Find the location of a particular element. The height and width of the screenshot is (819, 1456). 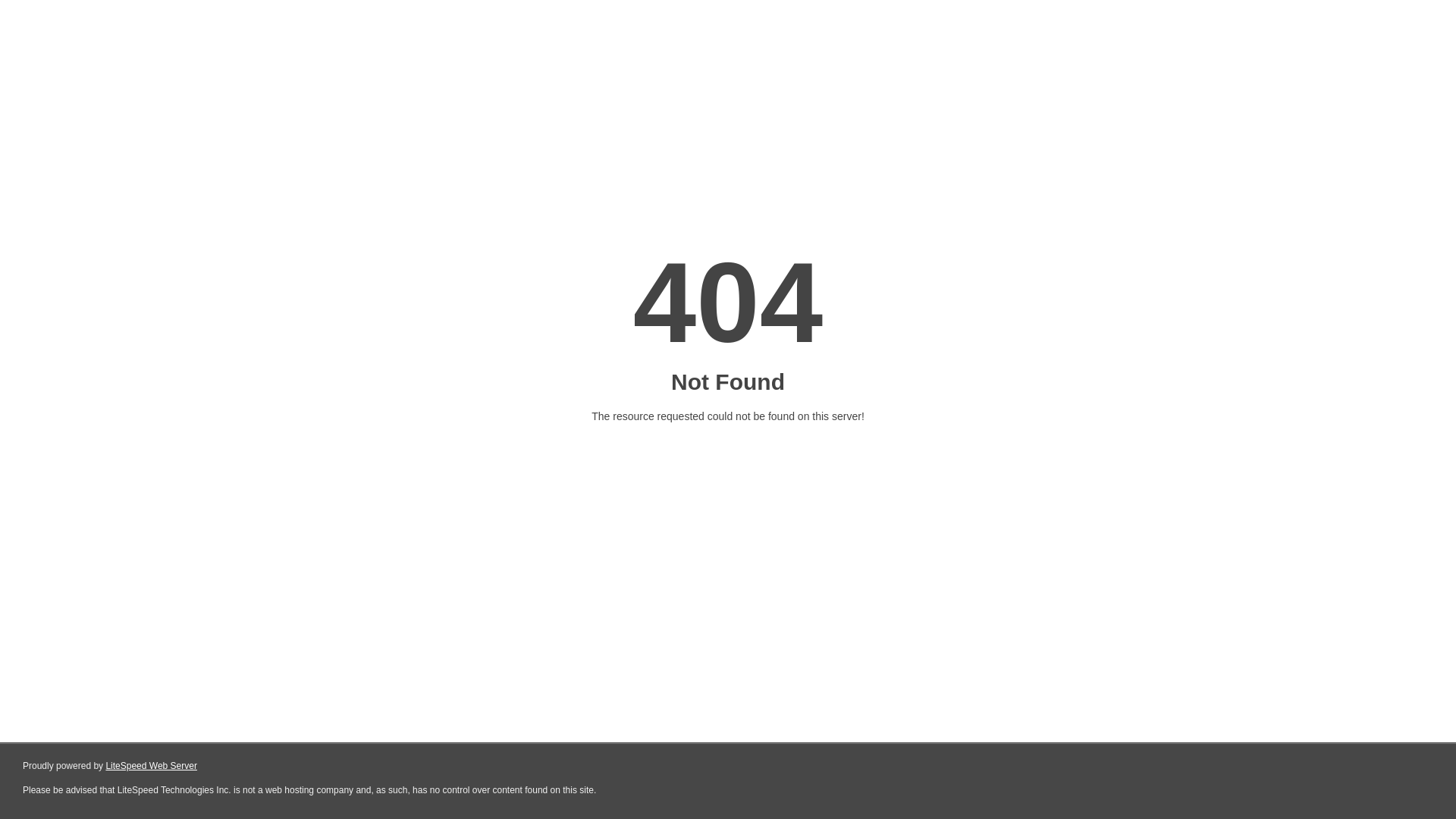

'LiteSpeed Web Server' is located at coordinates (105, 766).